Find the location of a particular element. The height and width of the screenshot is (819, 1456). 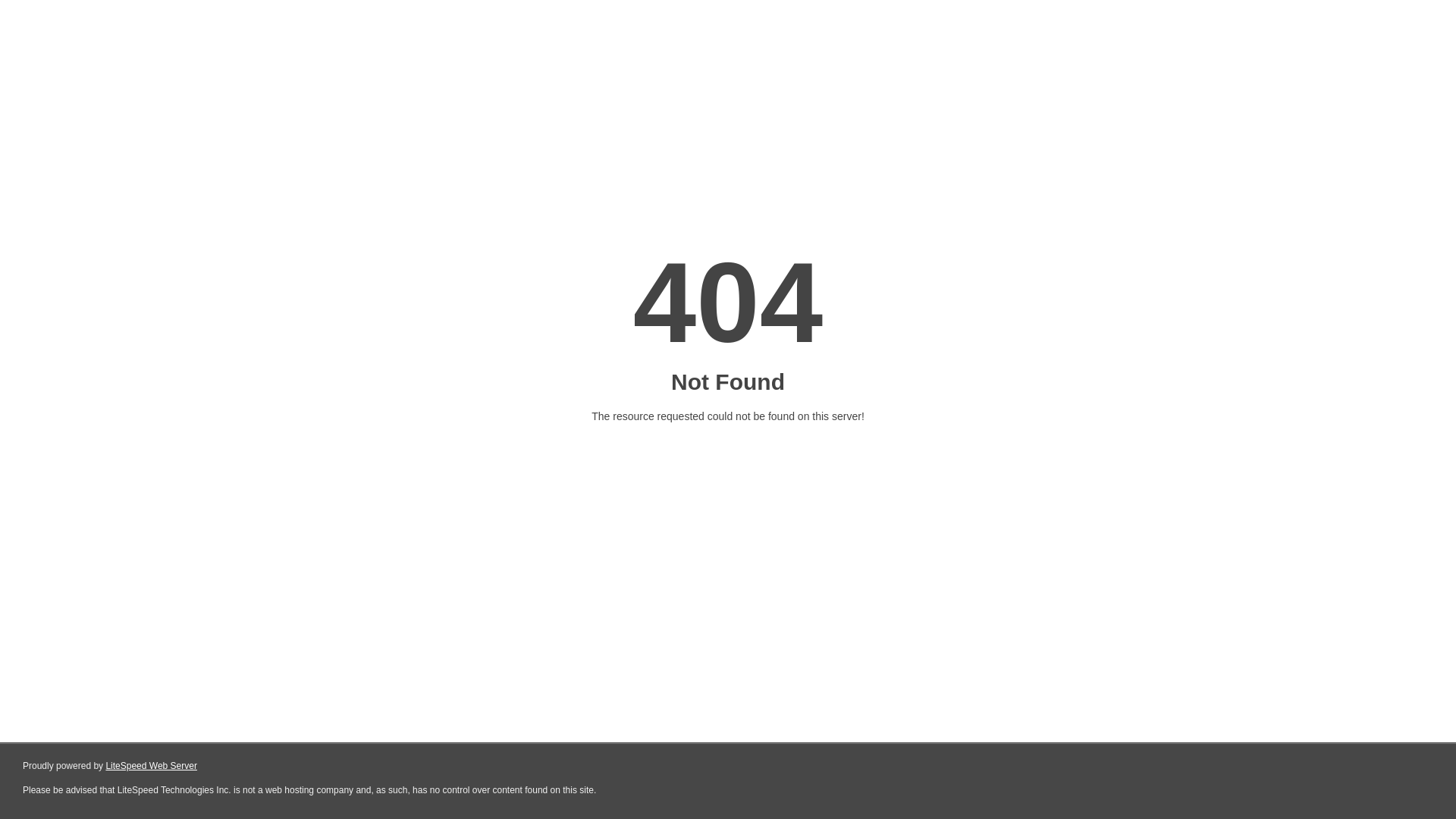

'LiteSpeed Web Server' is located at coordinates (105, 766).